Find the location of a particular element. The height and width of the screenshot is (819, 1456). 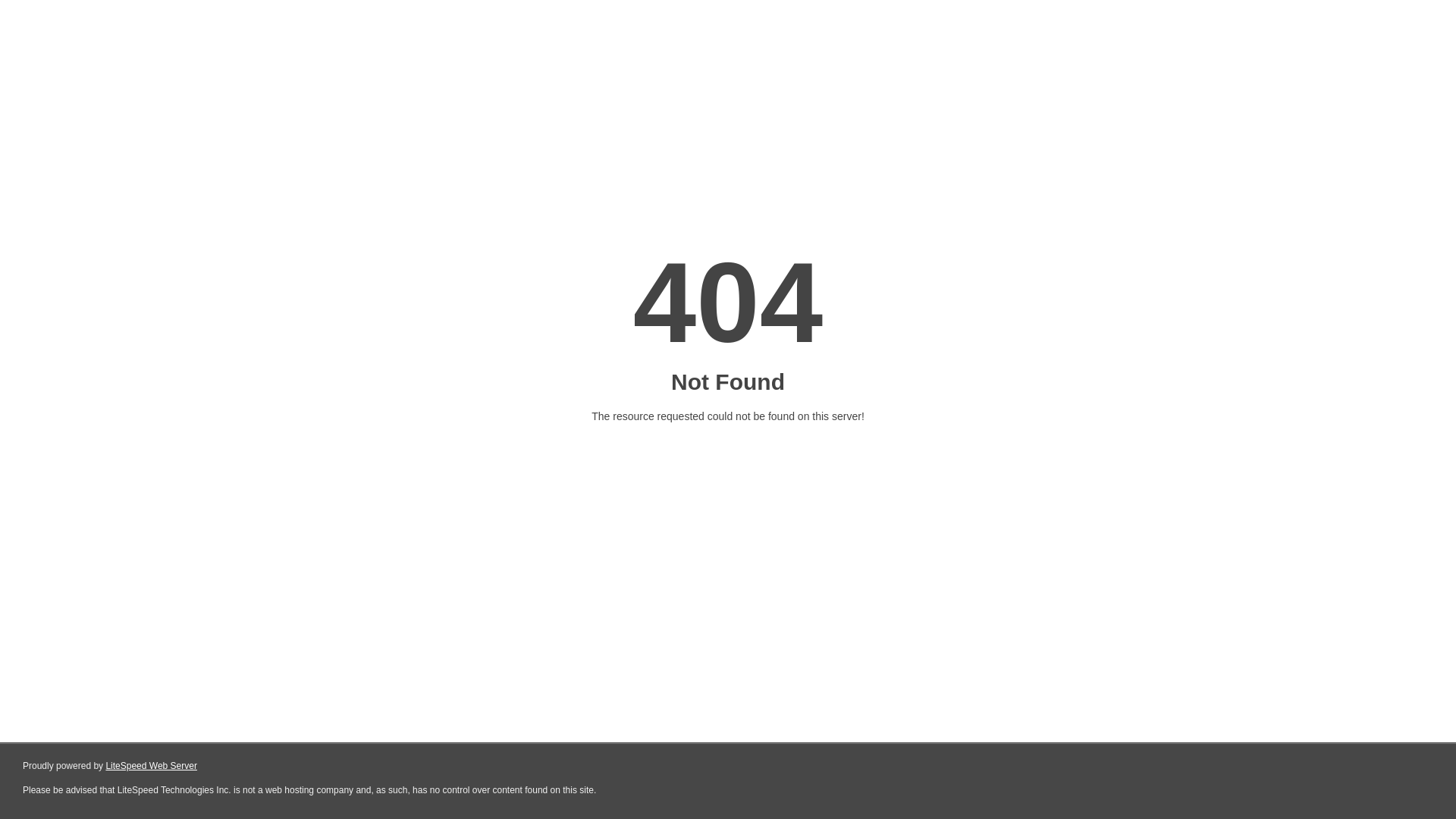

'LiteSpeed Web Server' is located at coordinates (105, 766).